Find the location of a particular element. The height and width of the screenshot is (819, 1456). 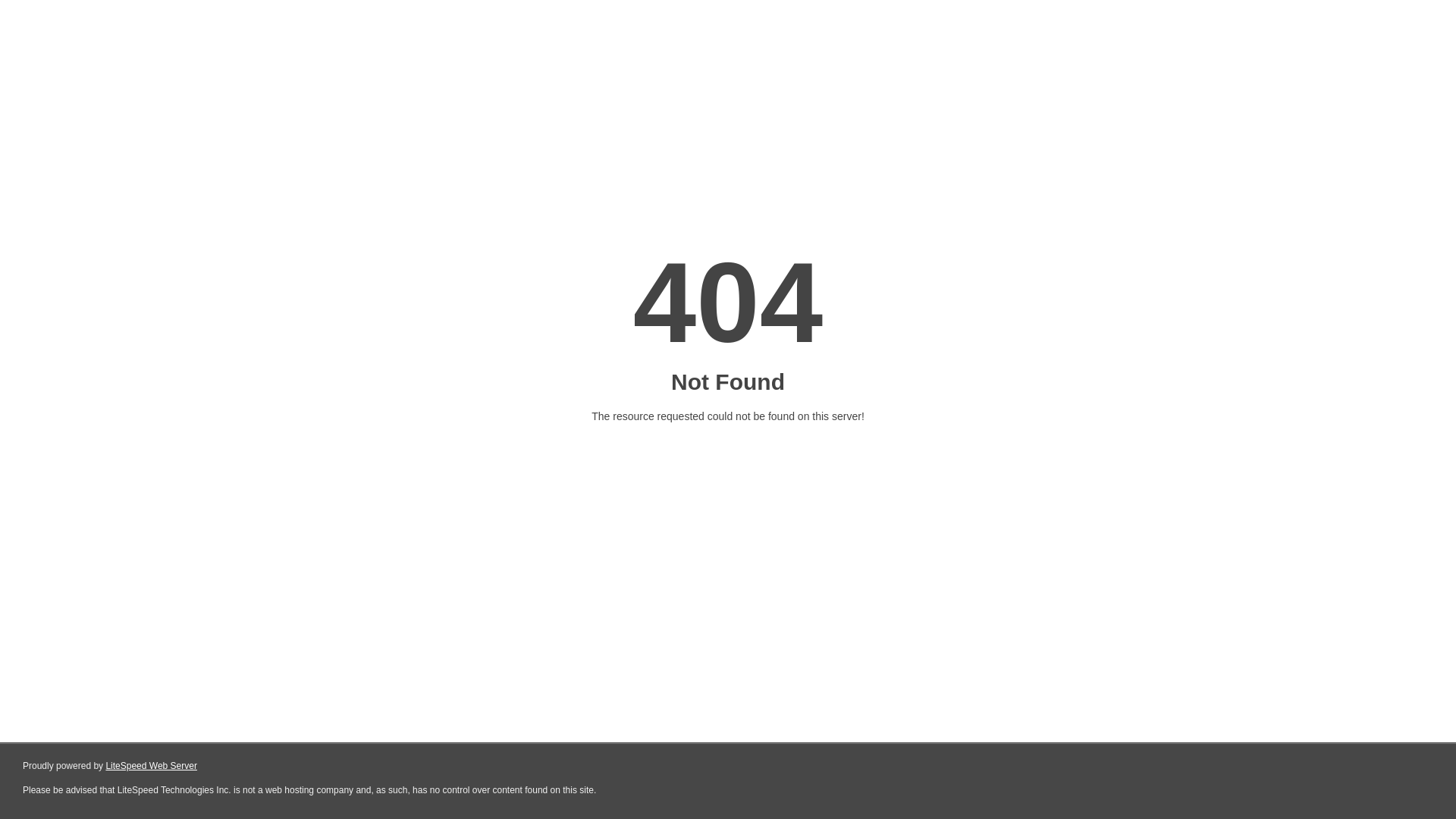

'LiteSpeed Web Server' is located at coordinates (105, 766).